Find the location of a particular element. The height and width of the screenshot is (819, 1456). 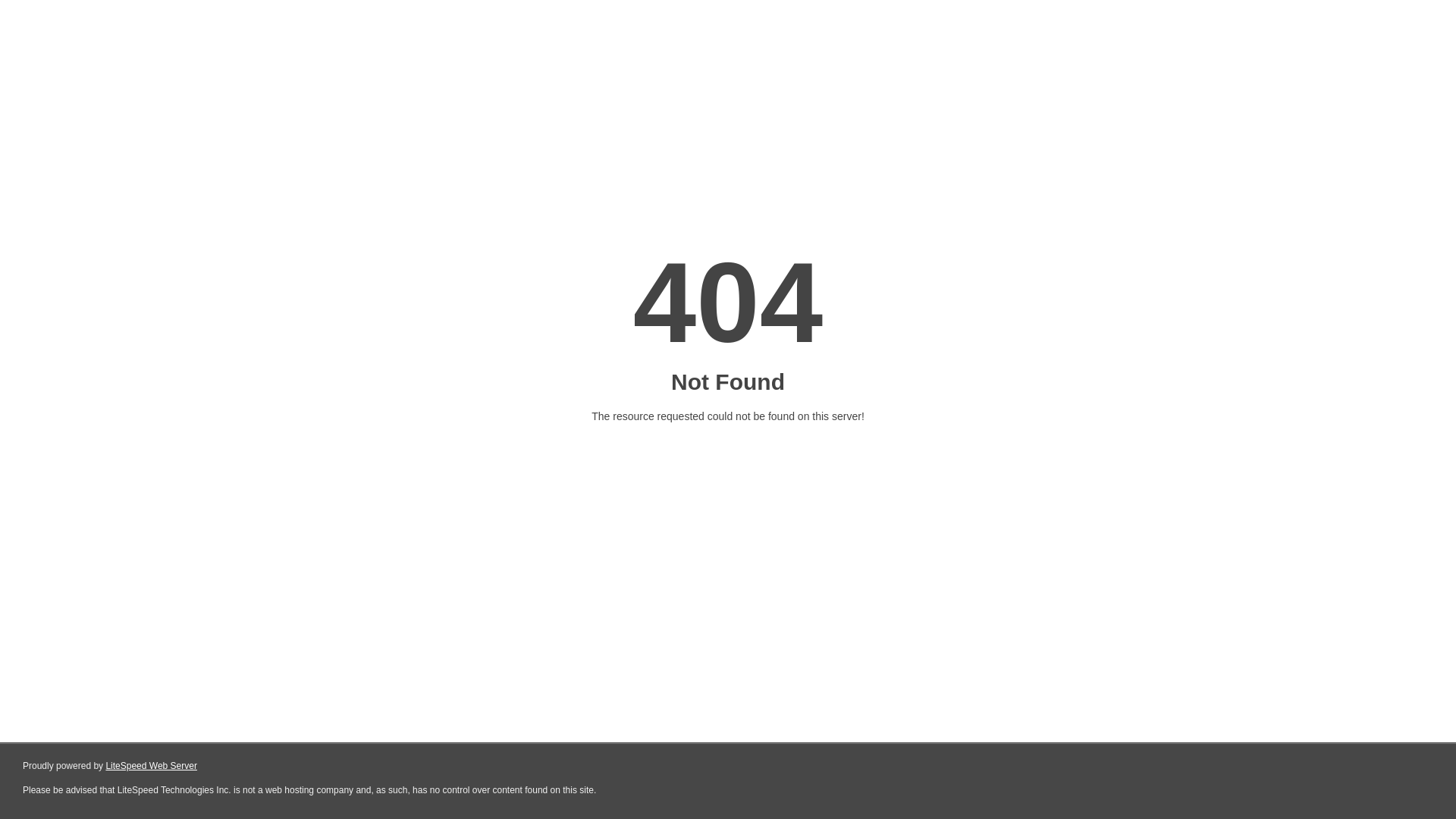

'LiteSpeed Web Server' is located at coordinates (105, 766).